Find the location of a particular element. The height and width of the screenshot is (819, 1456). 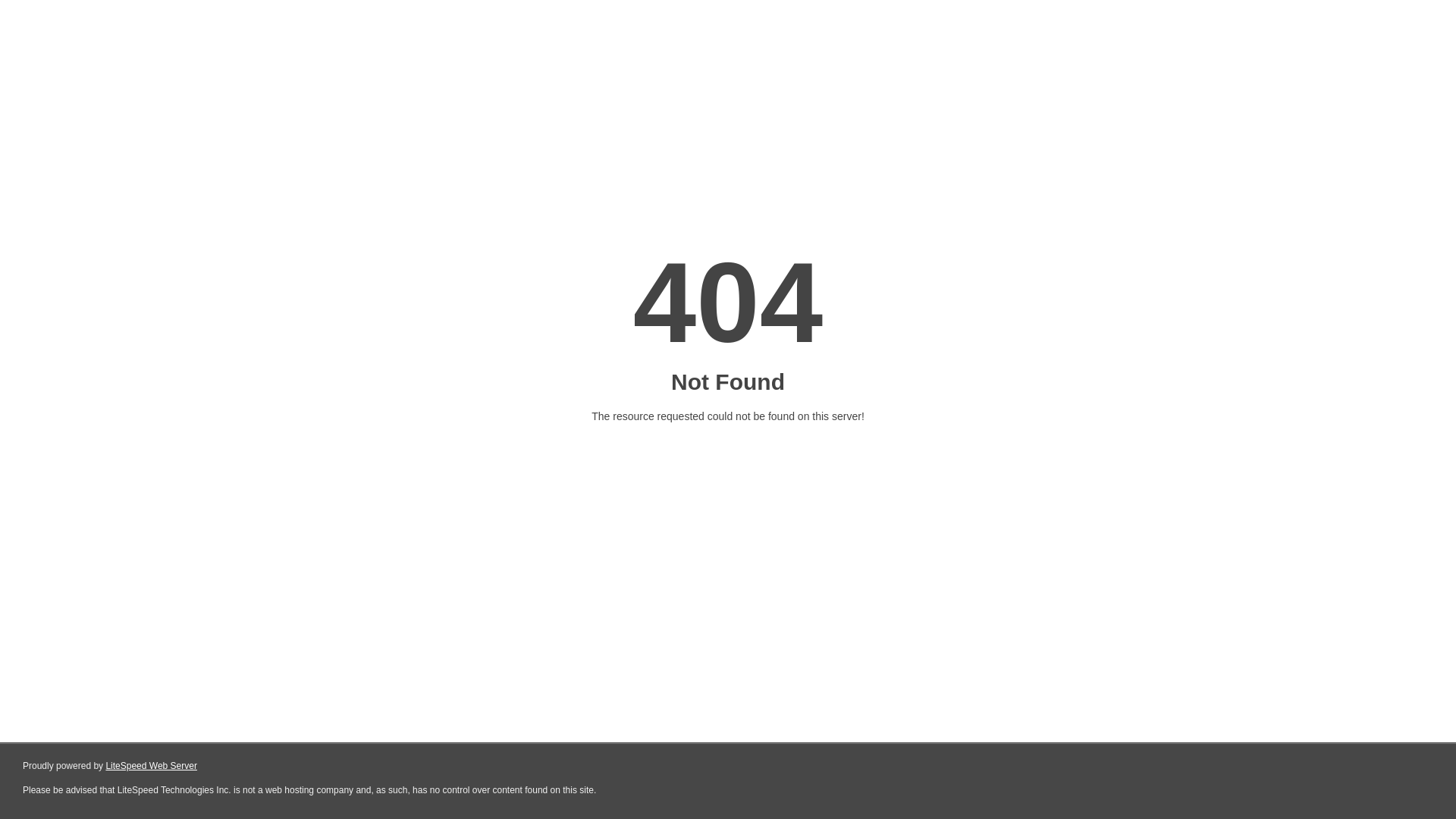

'LiteSpeed Web Server' is located at coordinates (105, 766).